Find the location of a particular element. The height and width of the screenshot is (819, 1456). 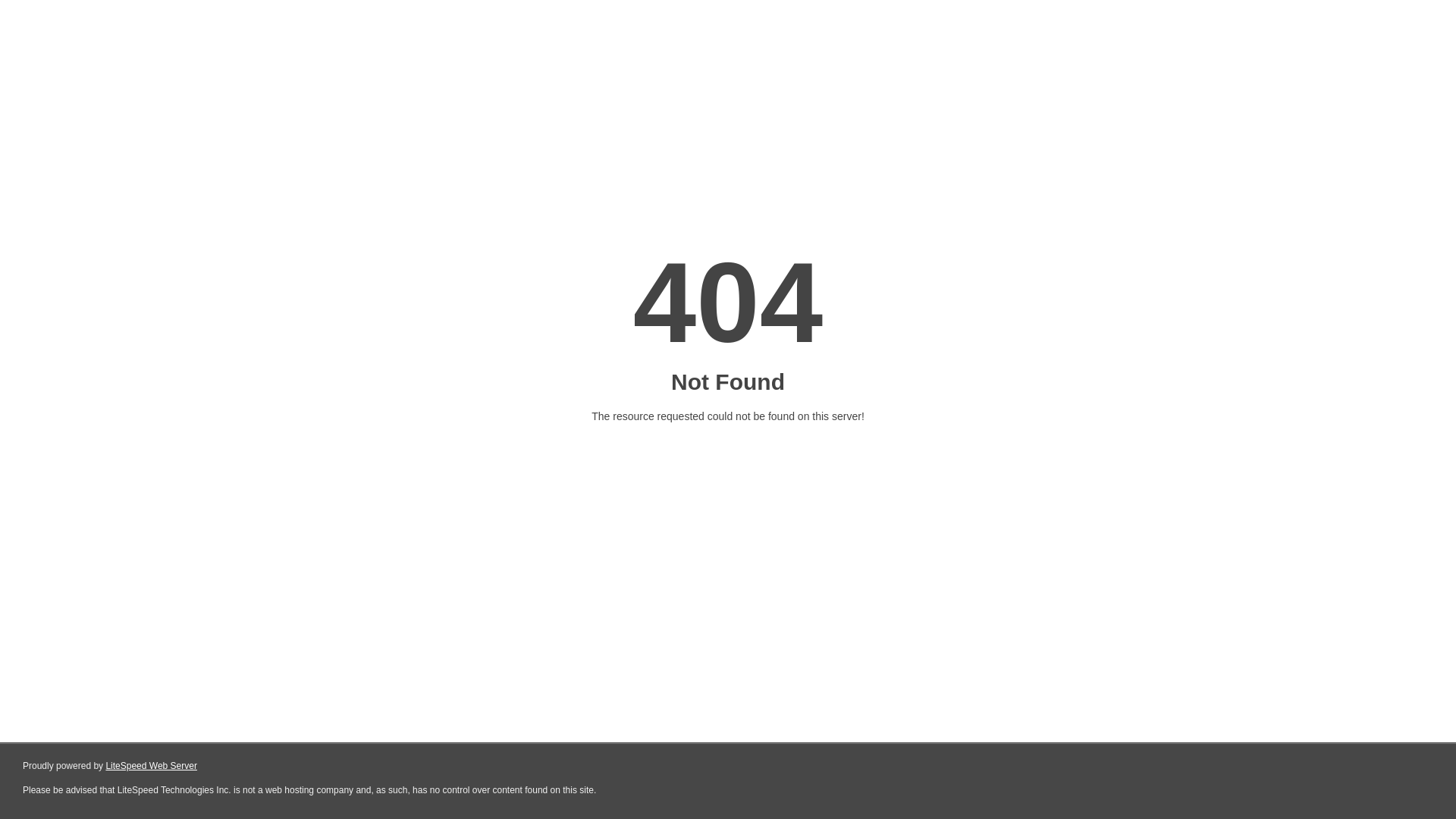

'LiteSpeed Web Server' is located at coordinates (105, 766).